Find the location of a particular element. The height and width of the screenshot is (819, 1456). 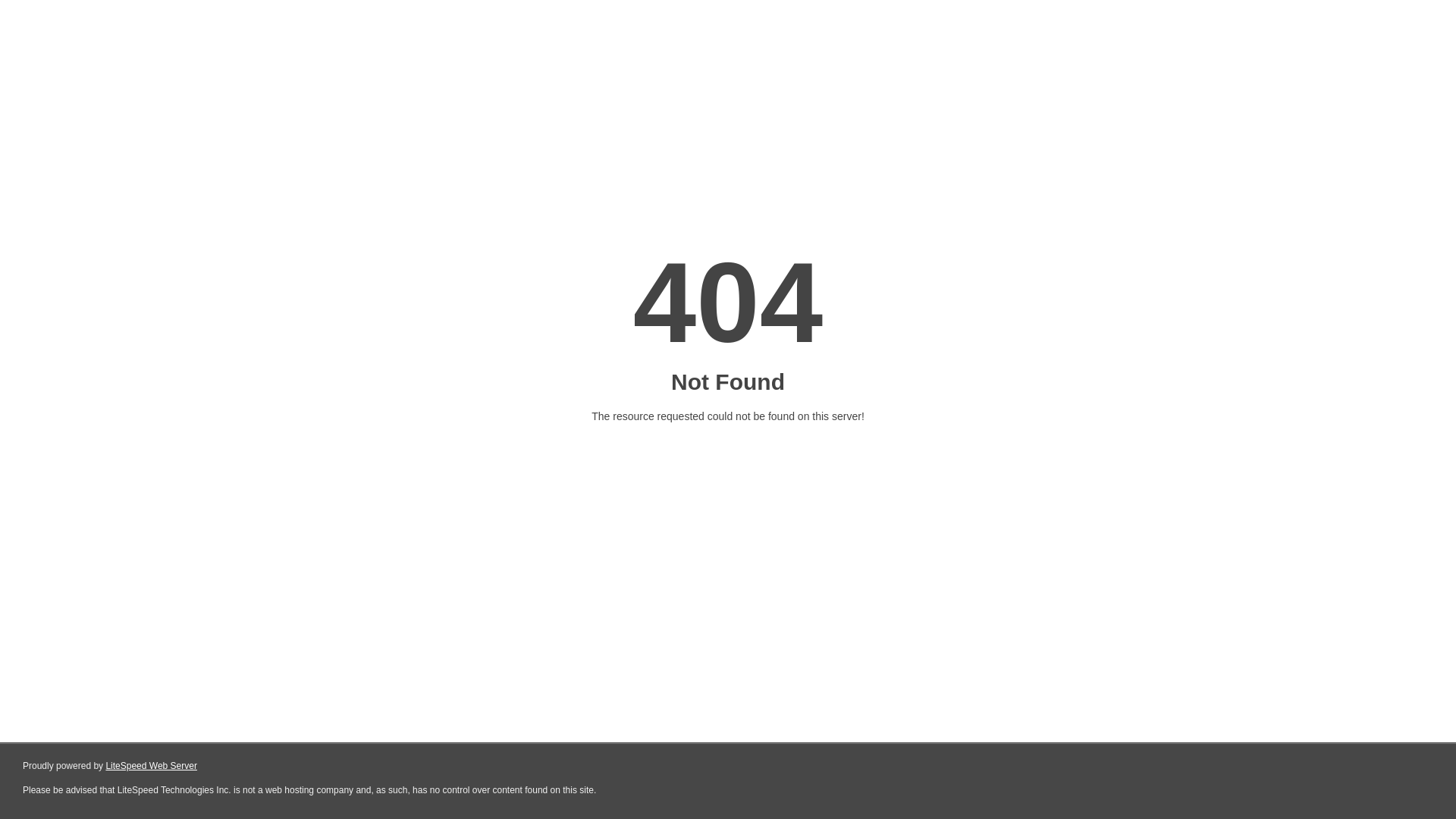

'LiteSpeed Web Server' is located at coordinates (105, 766).